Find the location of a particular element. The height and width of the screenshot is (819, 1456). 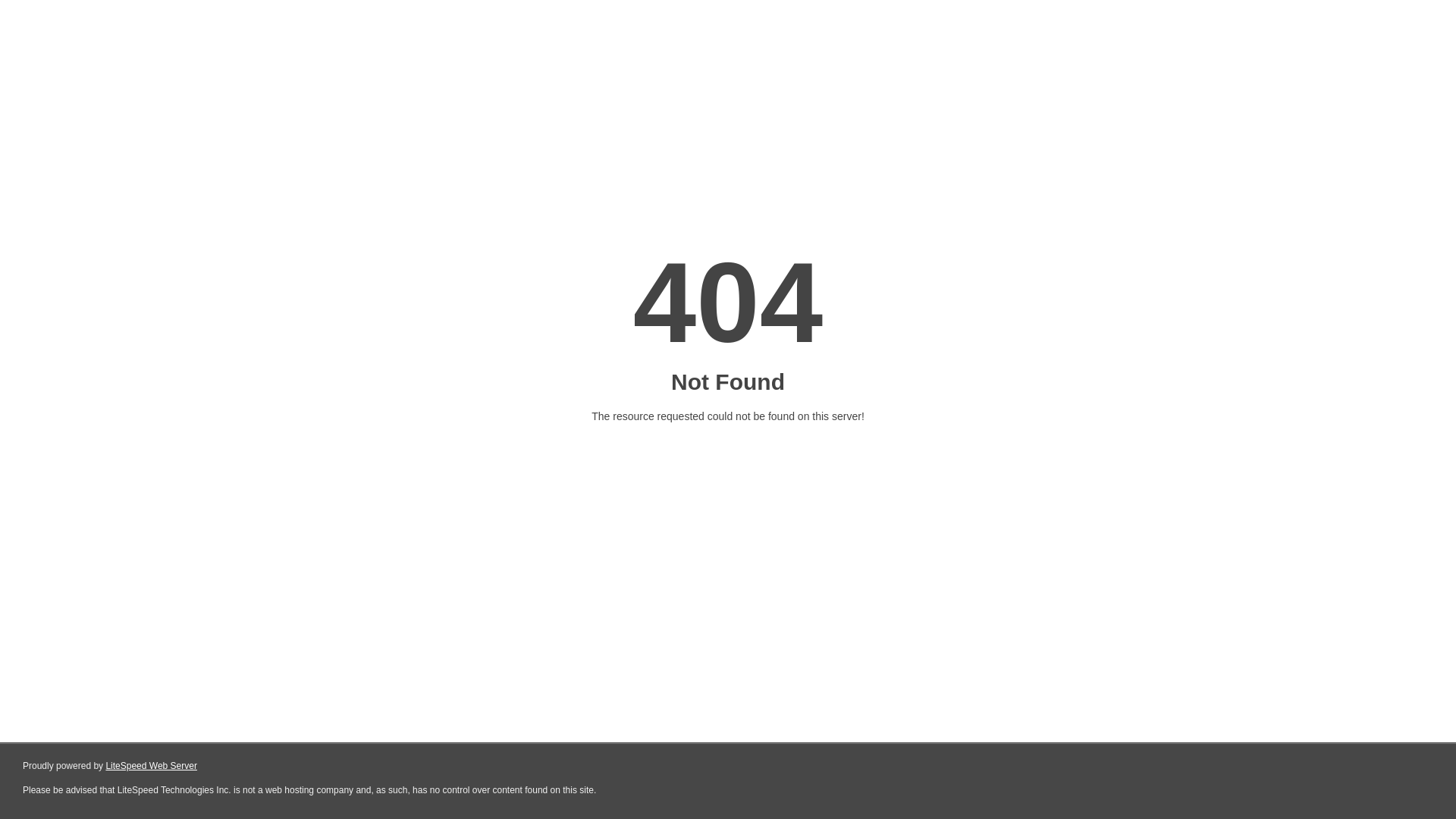

'LiteSpeed Web Server' is located at coordinates (105, 766).